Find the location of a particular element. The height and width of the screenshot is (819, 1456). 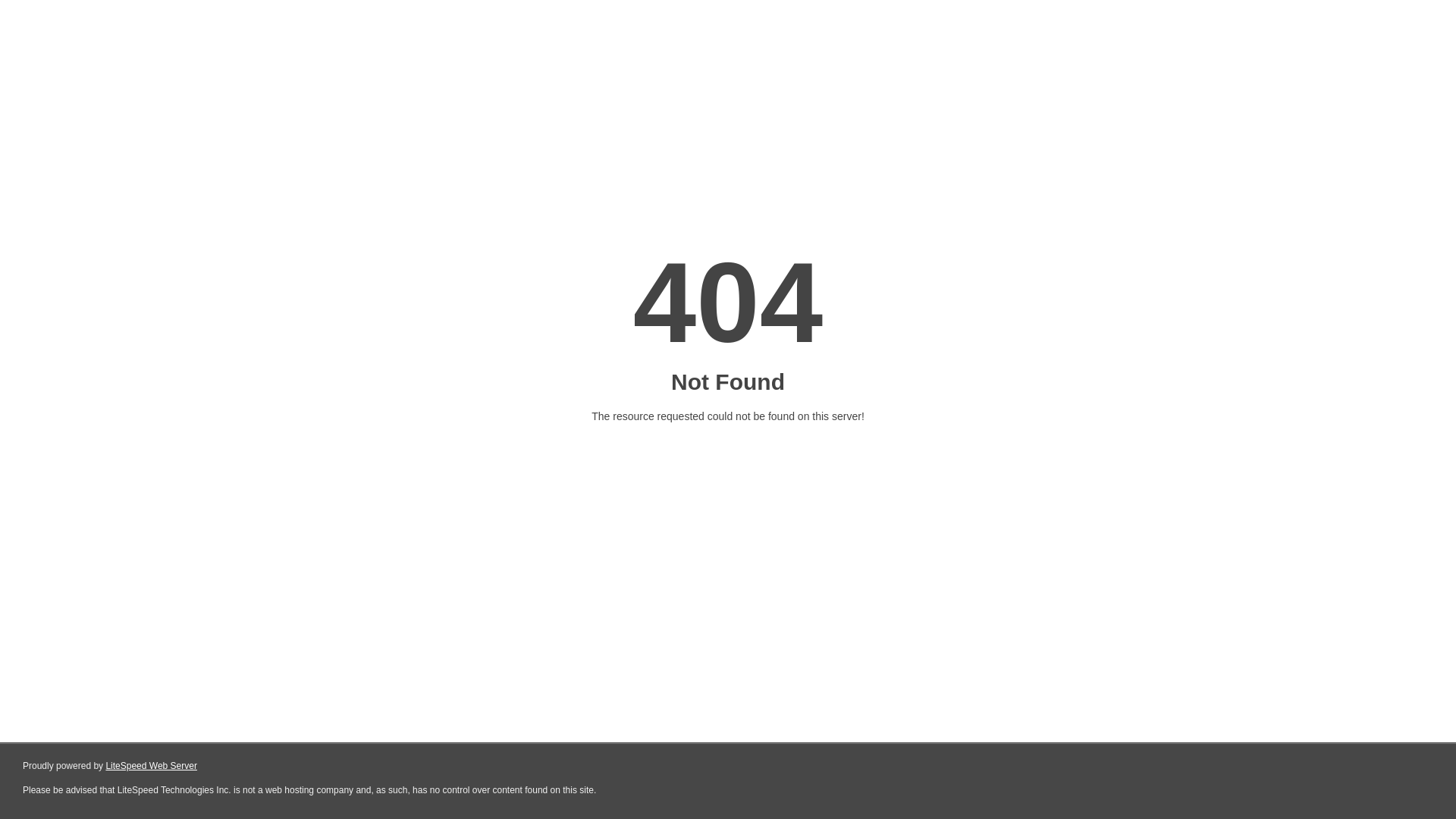

'LiteSpeed Web Server' is located at coordinates (105, 766).